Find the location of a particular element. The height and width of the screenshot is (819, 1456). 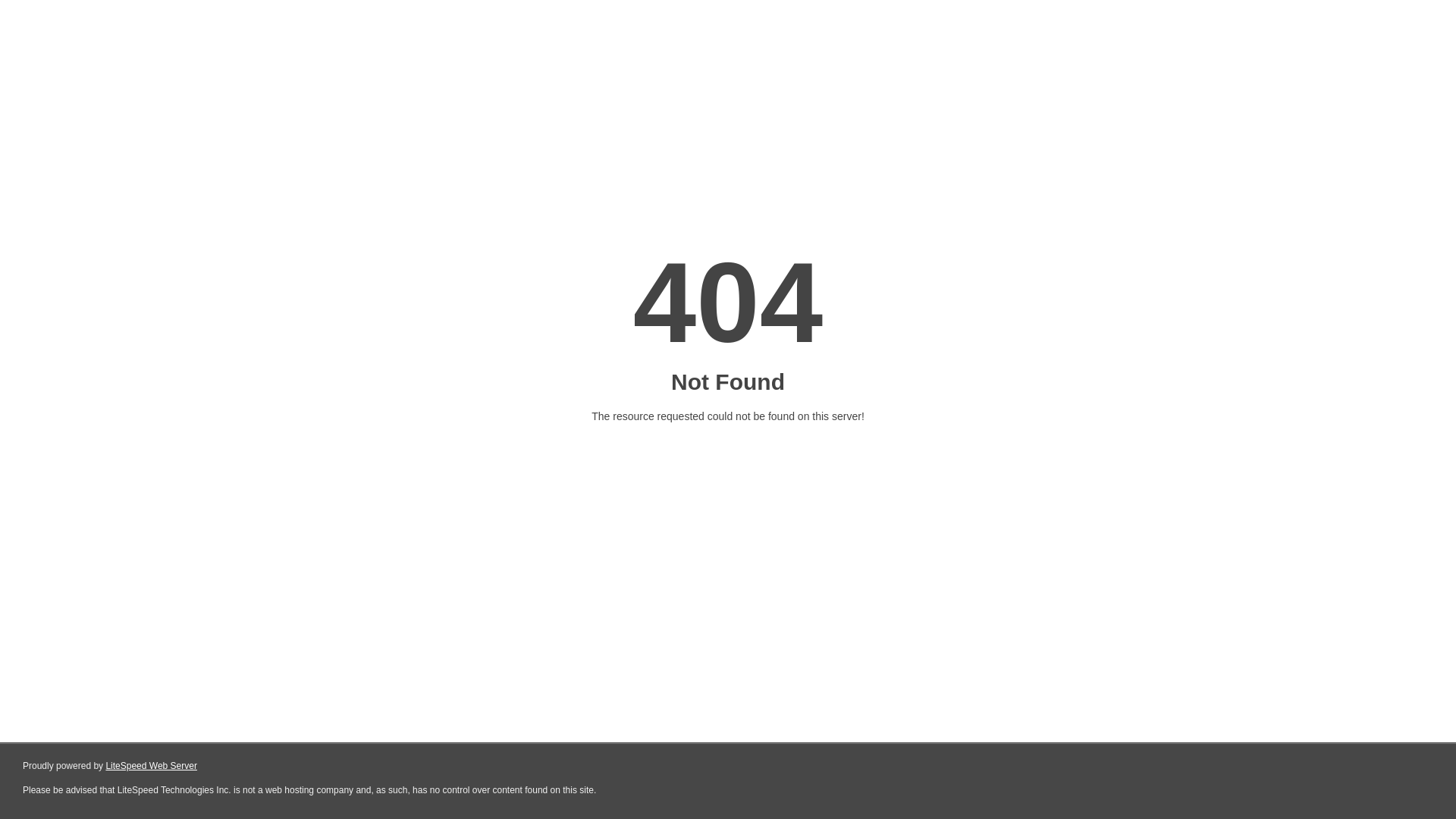

'LiteSpeed Web Server' is located at coordinates (105, 766).